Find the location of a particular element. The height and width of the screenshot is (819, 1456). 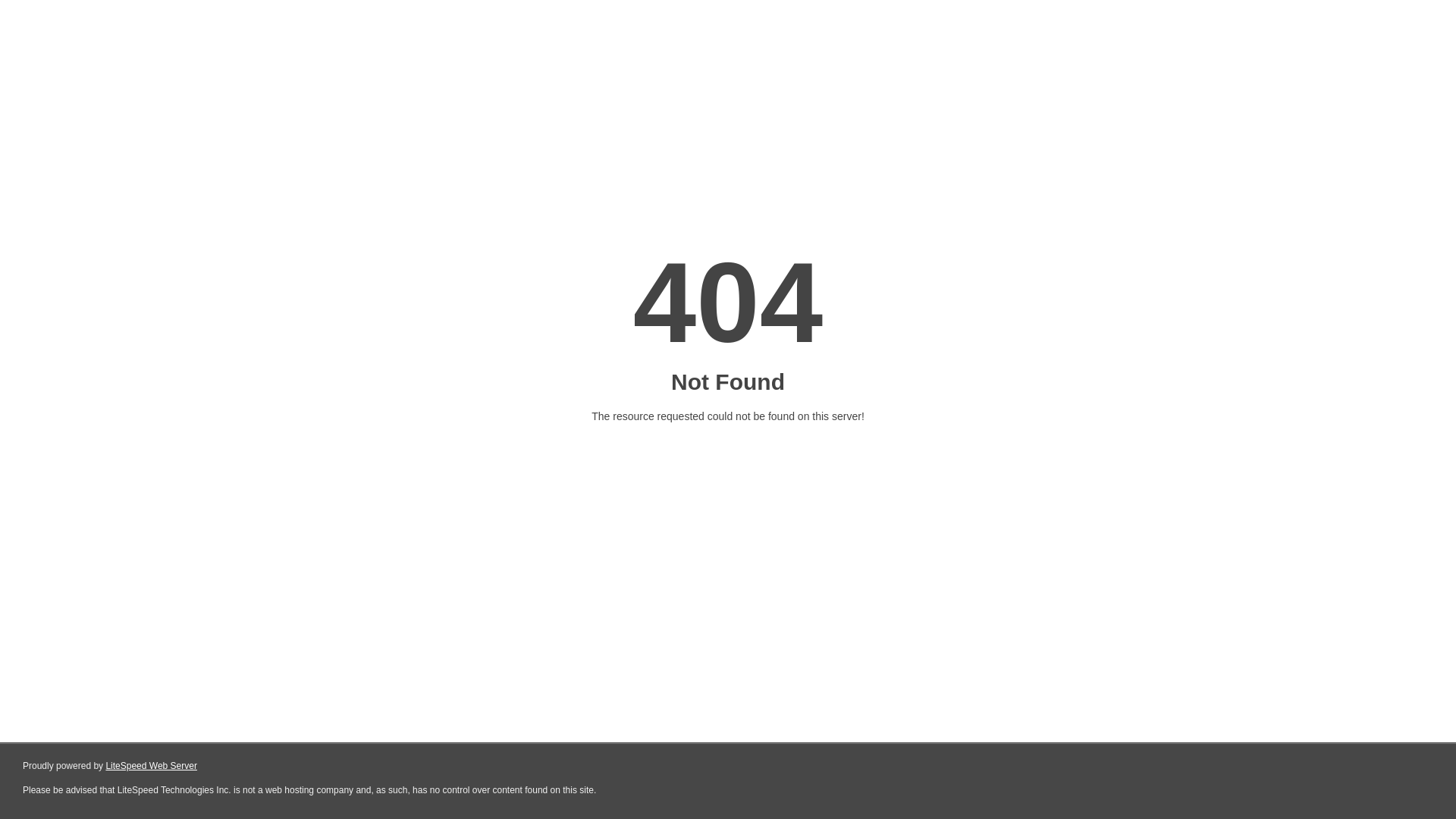

'LiteSpeed Web Server' is located at coordinates (105, 766).